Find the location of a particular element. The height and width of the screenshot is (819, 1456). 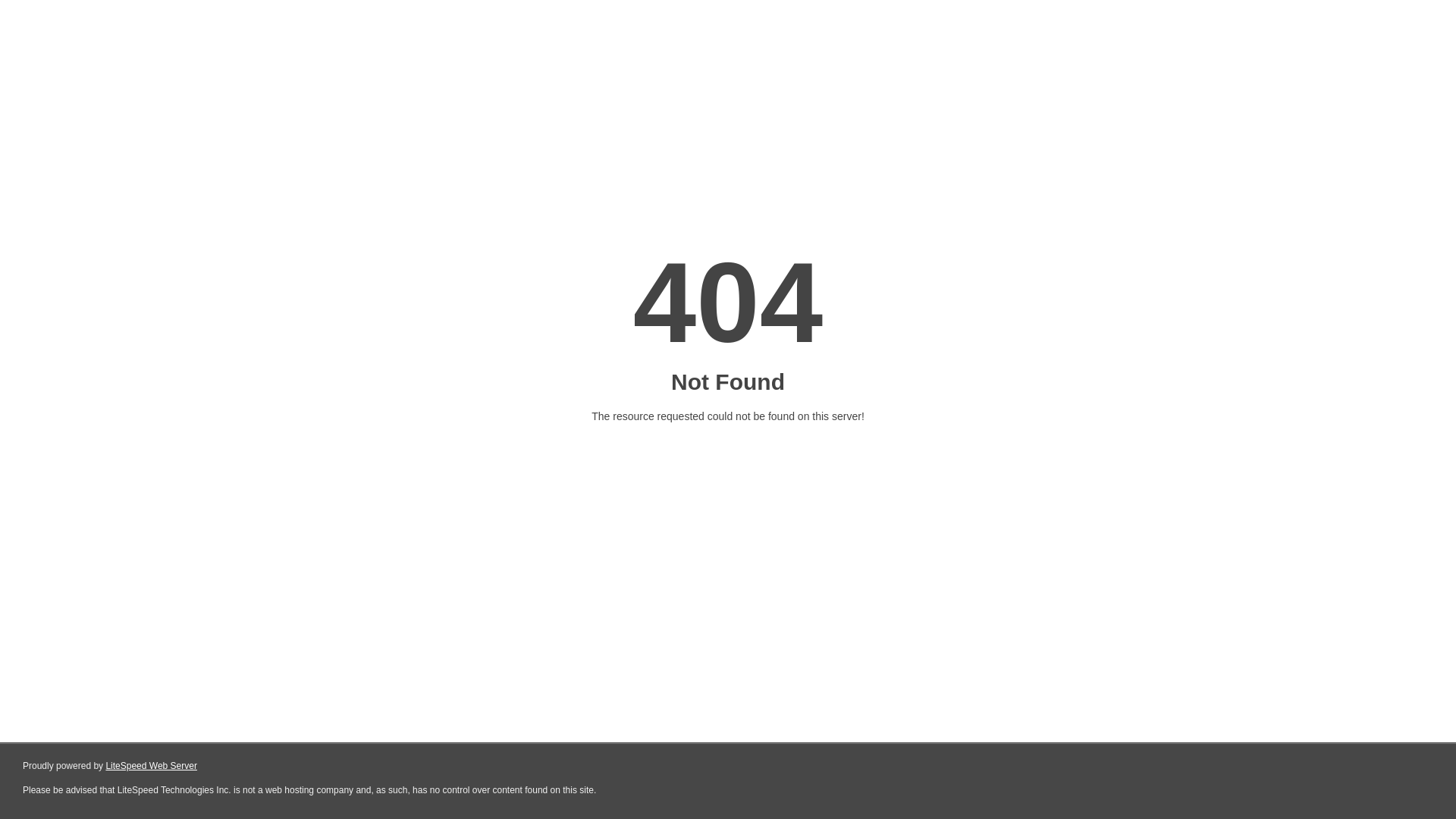

'LiteSpeed Web Server' is located at coordinates (105, 766).